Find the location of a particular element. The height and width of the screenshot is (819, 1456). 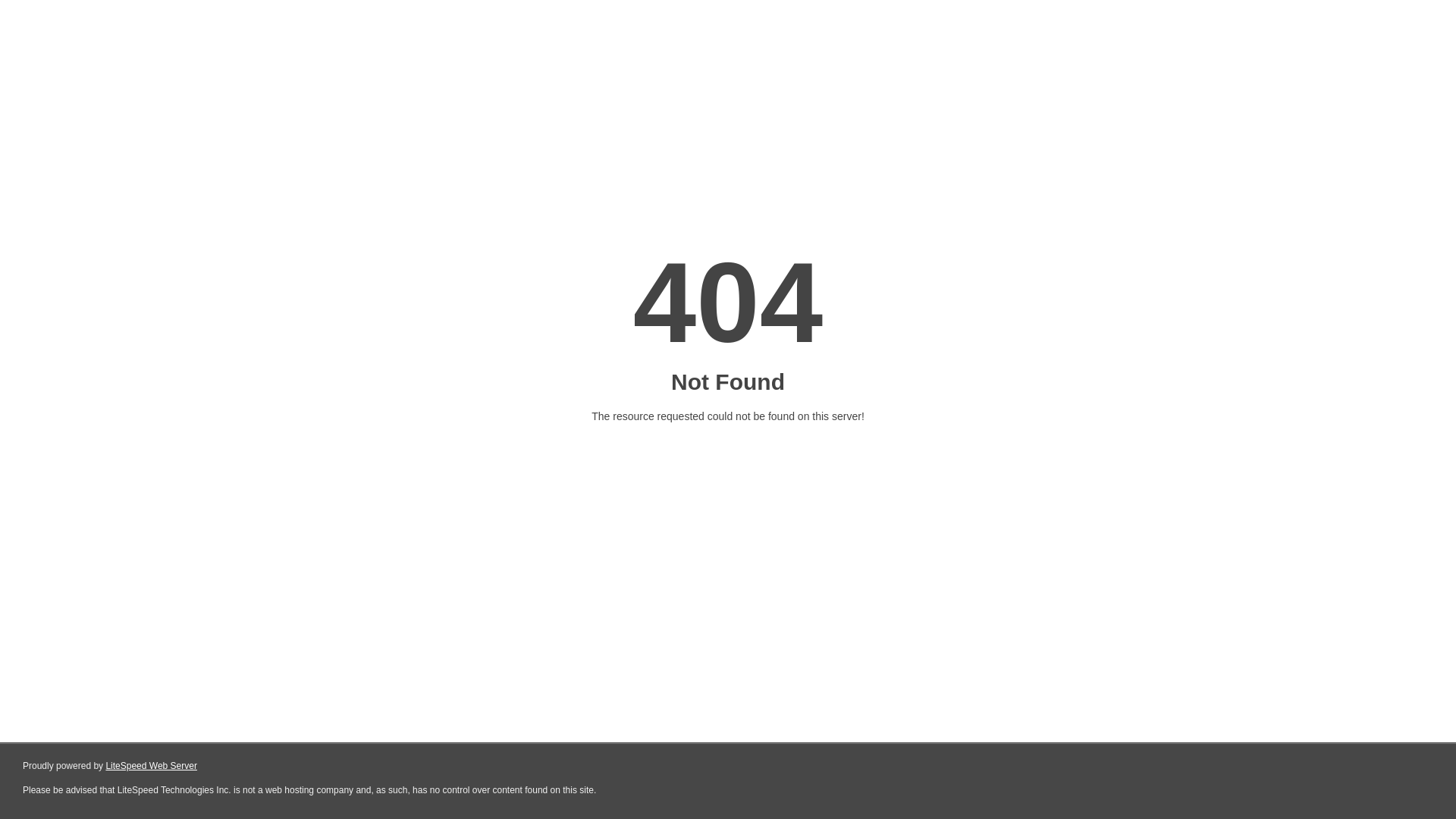

'LiteSpeed Web Server' is located at coordinates (105, 766).